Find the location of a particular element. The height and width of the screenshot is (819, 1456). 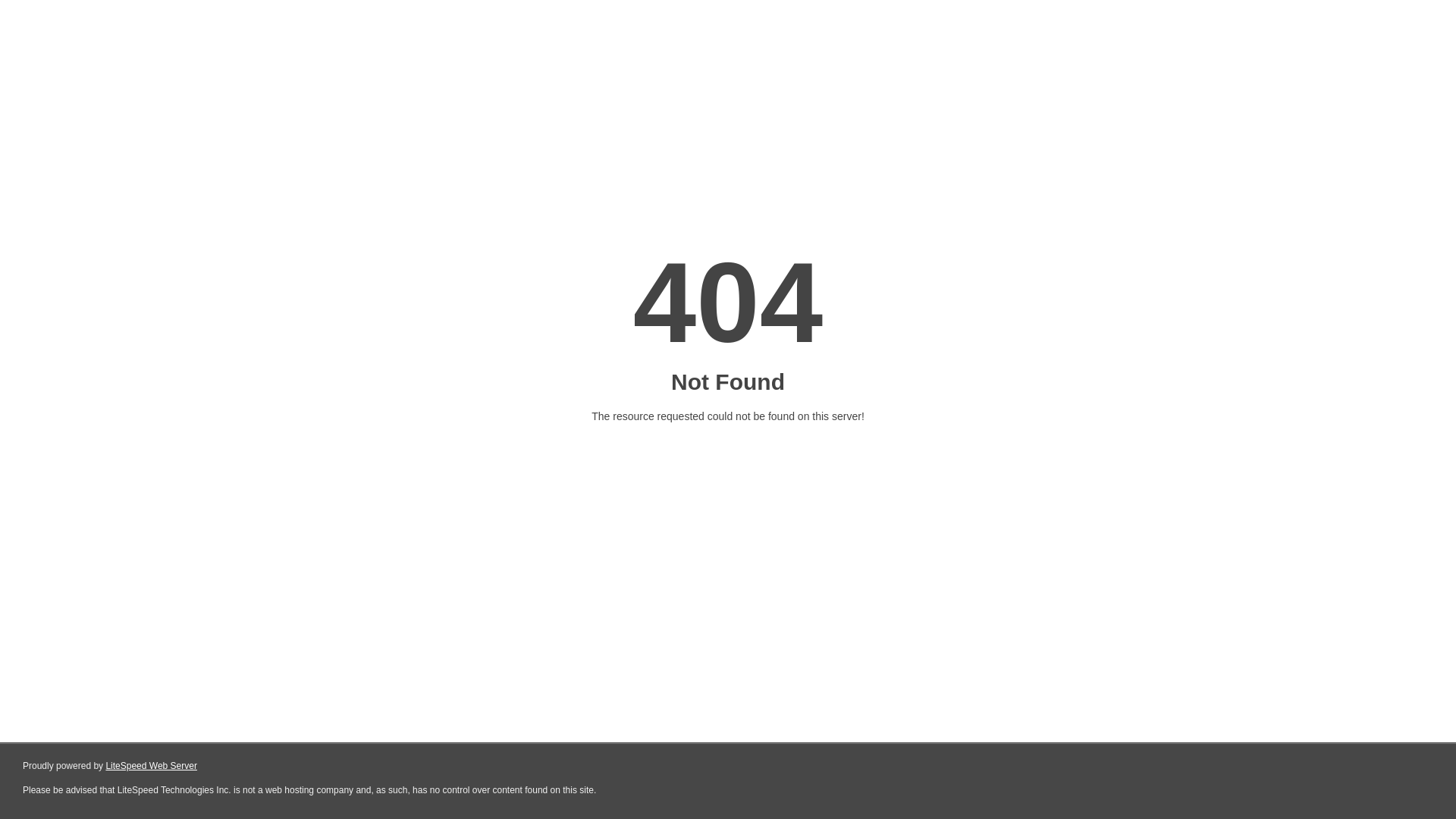

'LiteSpeed Web Server' is located at coordinates (105, 766).